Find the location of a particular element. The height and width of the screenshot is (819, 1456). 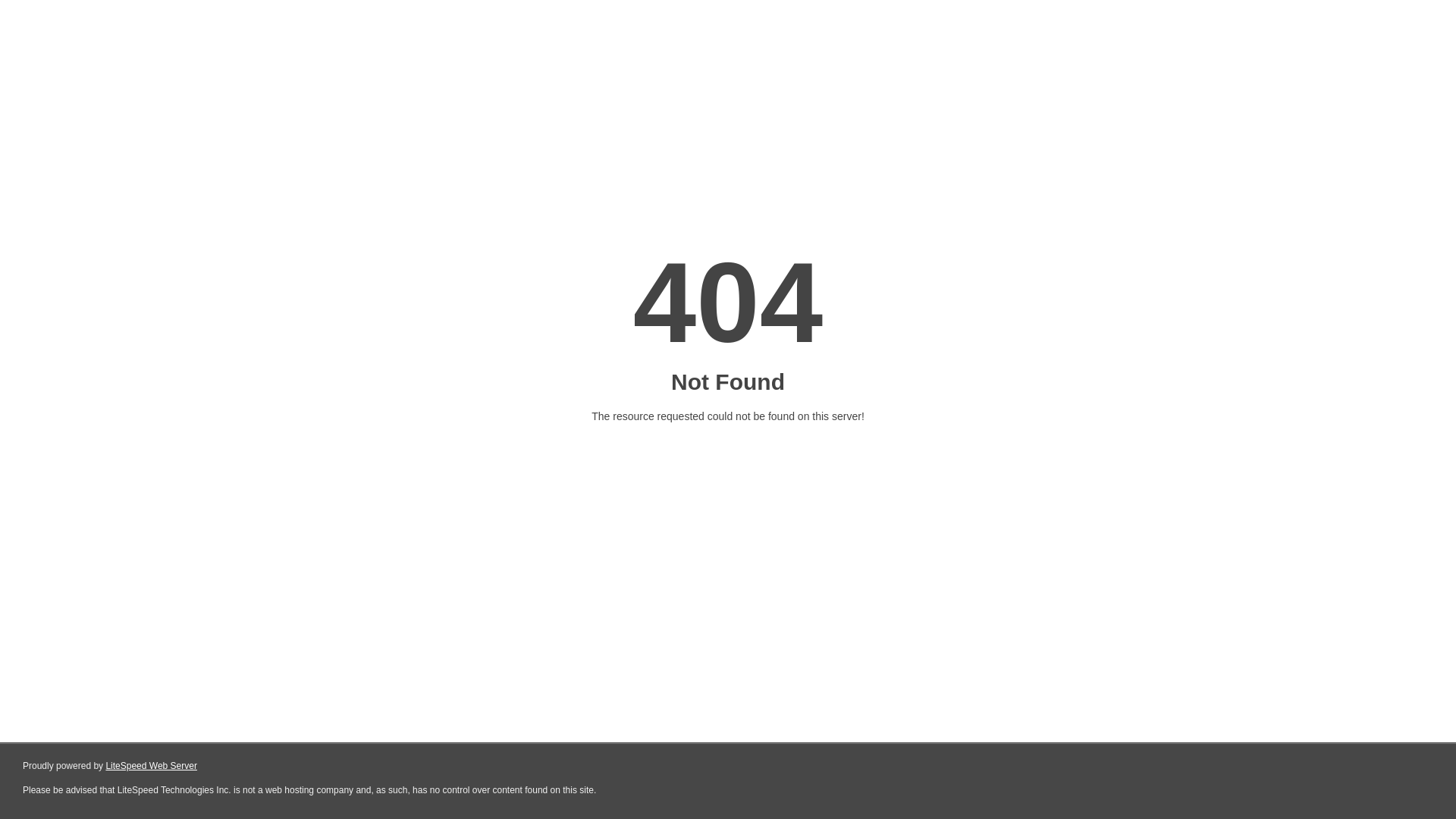

'LiteSpeed Web Server' is located at coordinates (105, 766).